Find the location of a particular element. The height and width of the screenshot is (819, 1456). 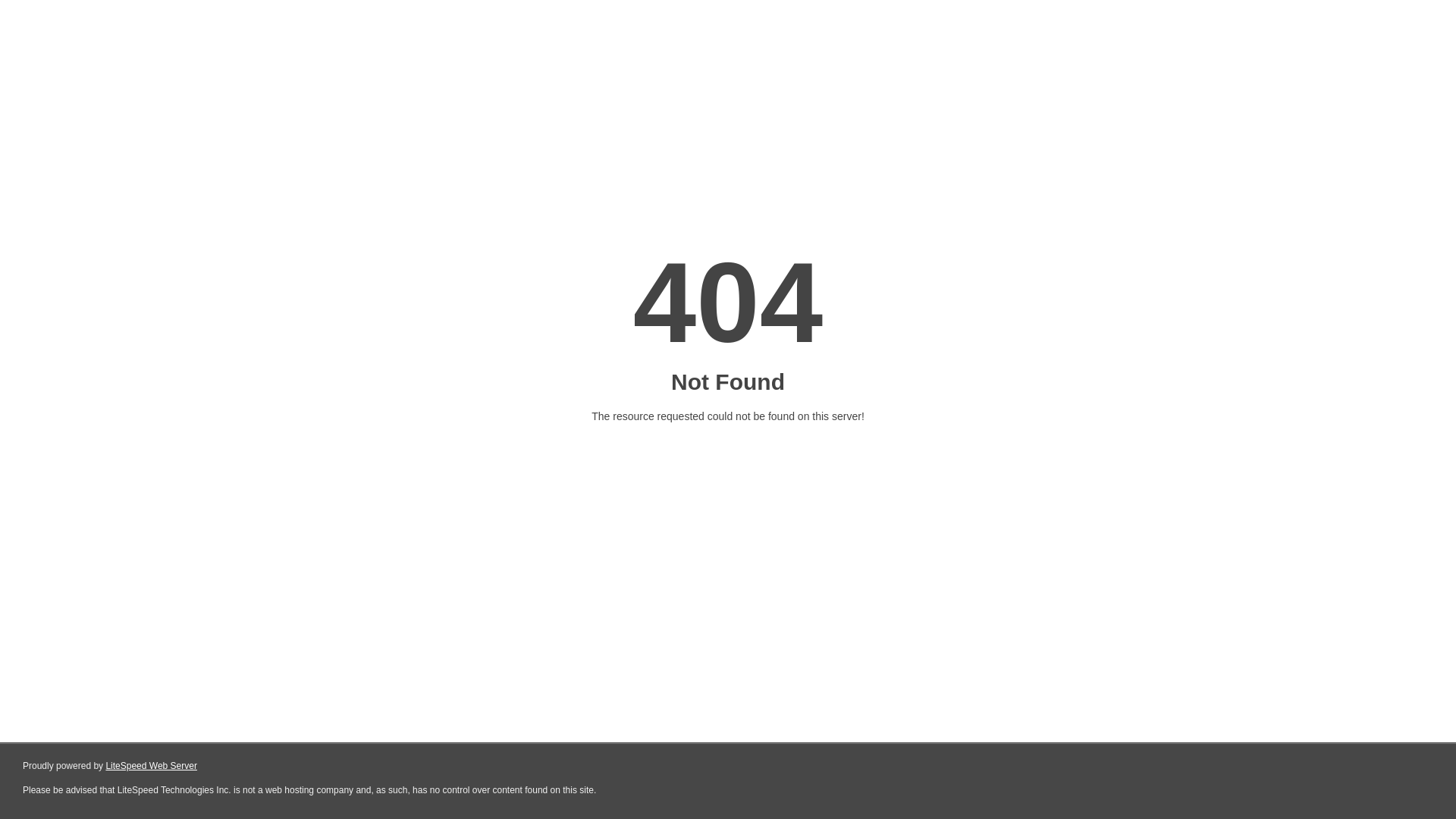

'LiteSpeed Web Server' is located at coordinates (105, 766).